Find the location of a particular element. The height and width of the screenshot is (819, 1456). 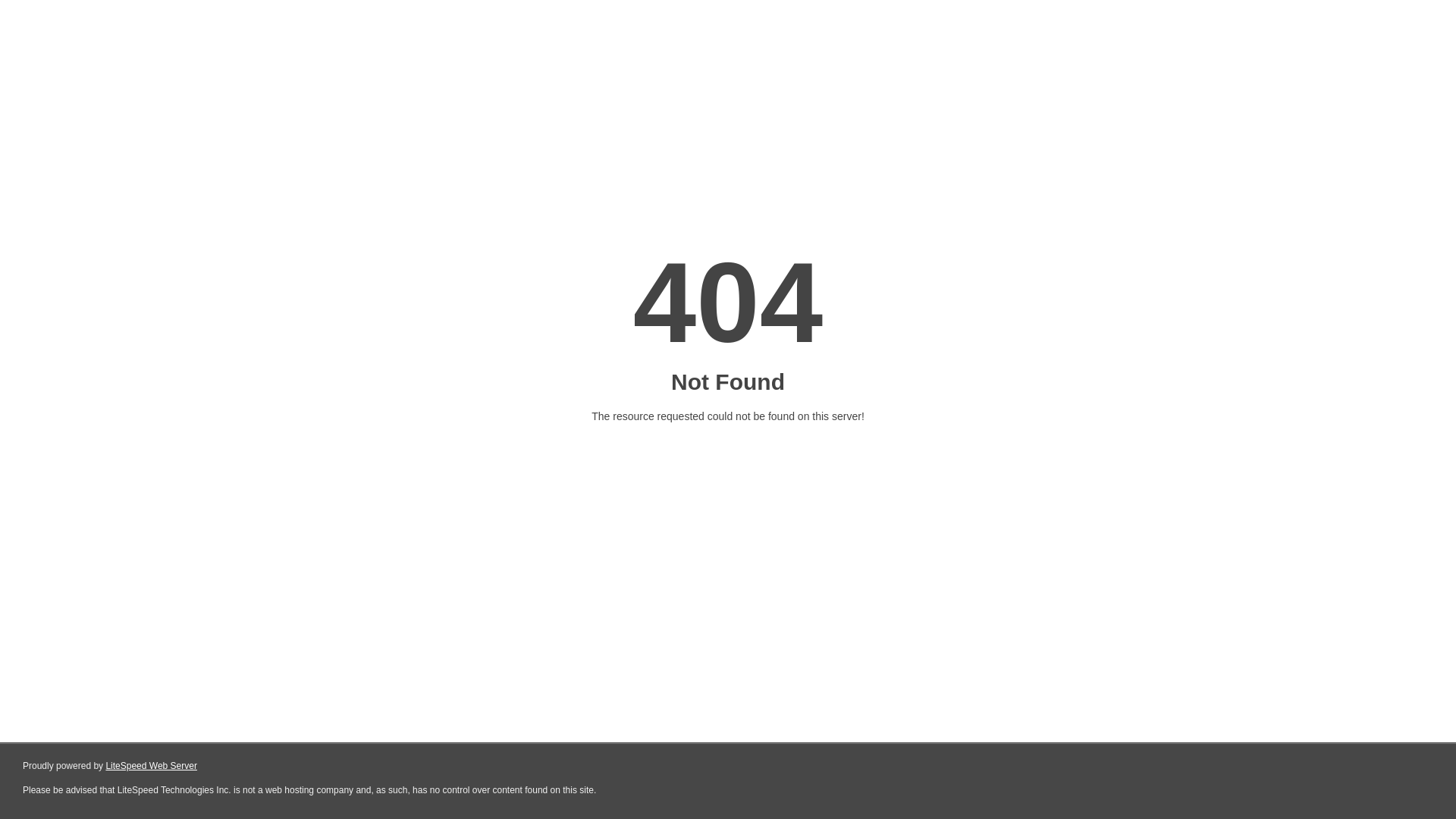

'LiteSpeed Web Server' is located at coordinates (105, 766).